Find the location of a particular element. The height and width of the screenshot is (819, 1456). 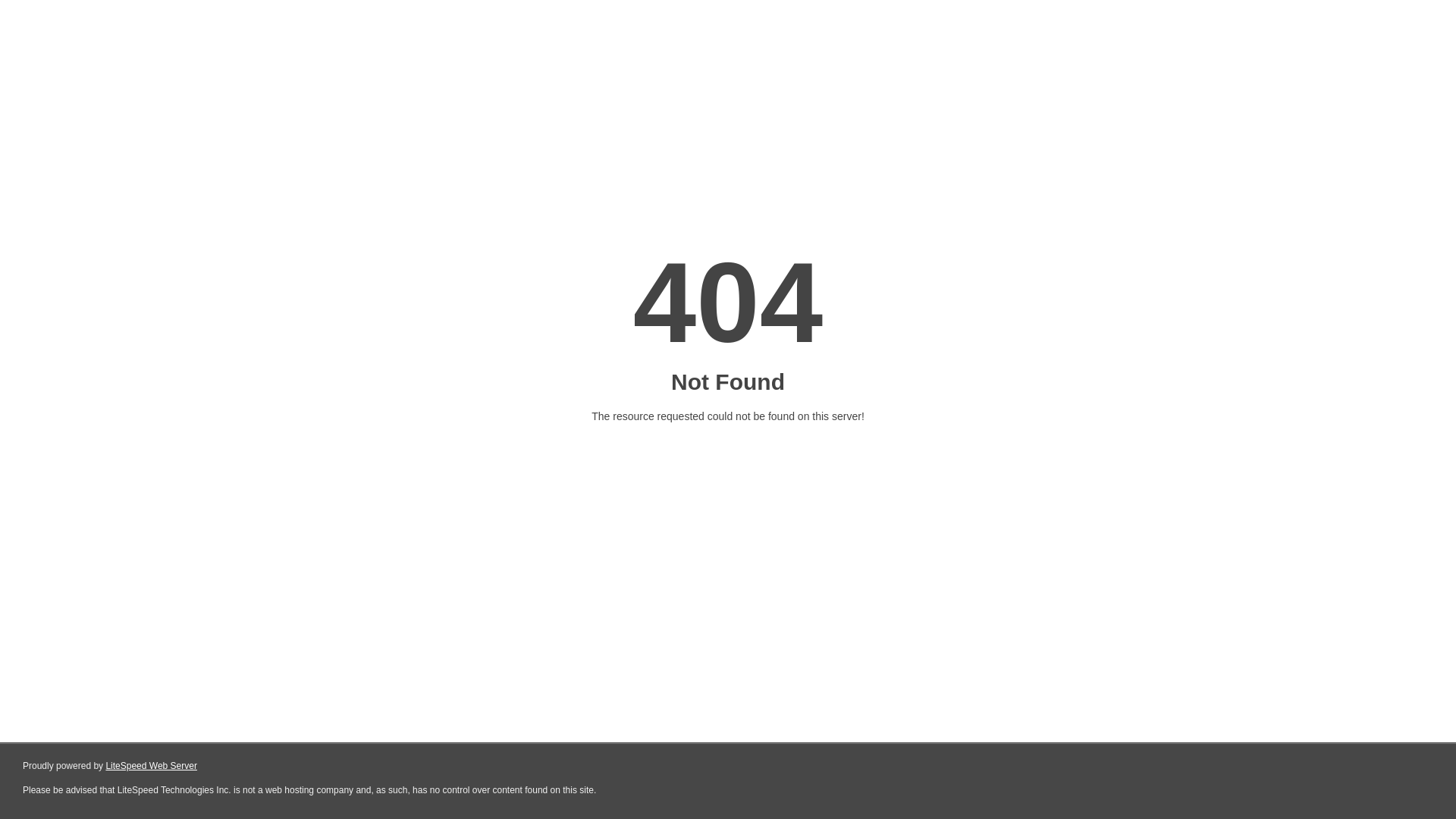

'LiteSpeed Web Server' is located at coordinates (105, 766).